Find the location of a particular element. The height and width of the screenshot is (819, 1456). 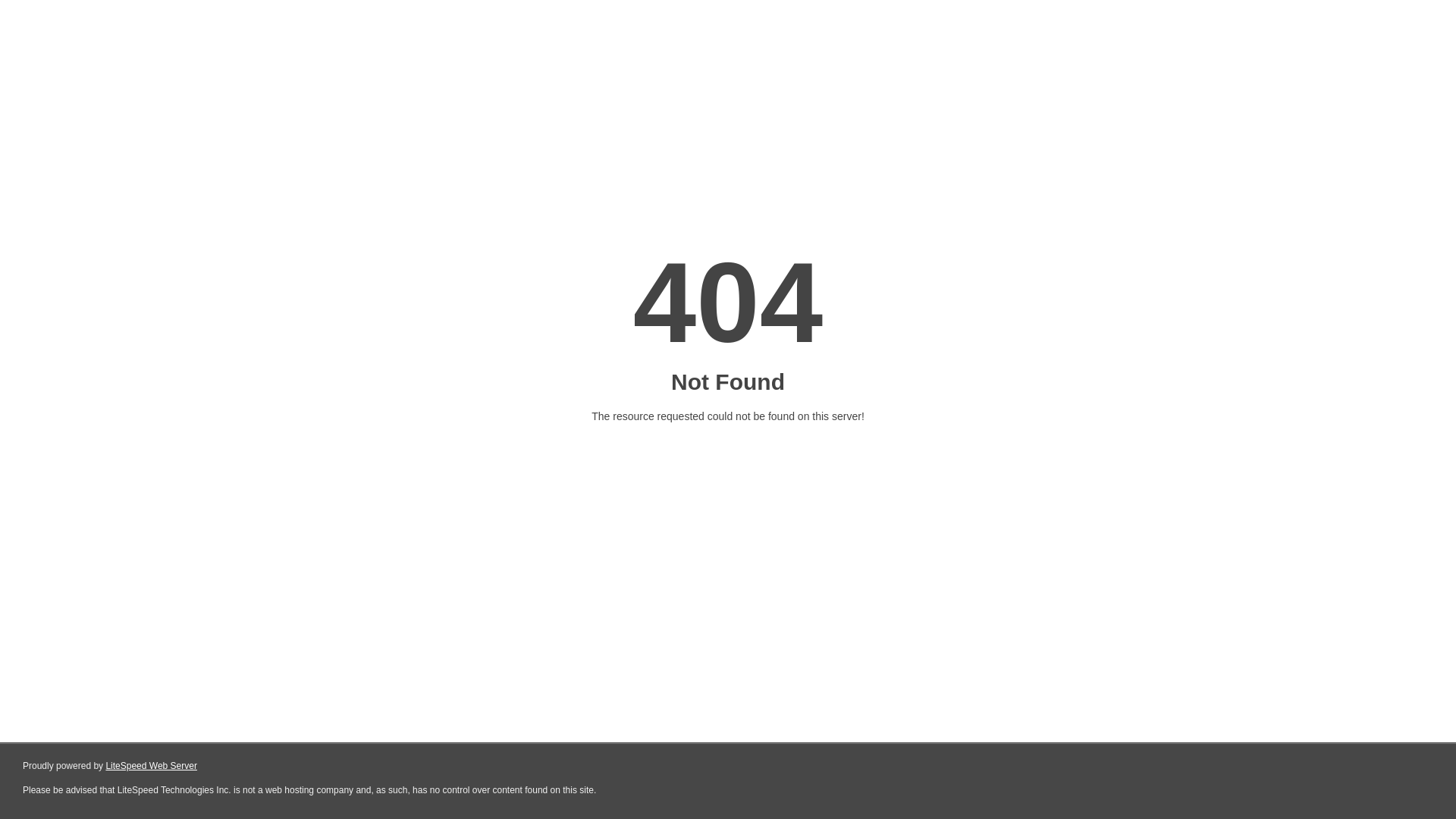

'LiteSpeed Web Server' is located at coordinates (105, 766).